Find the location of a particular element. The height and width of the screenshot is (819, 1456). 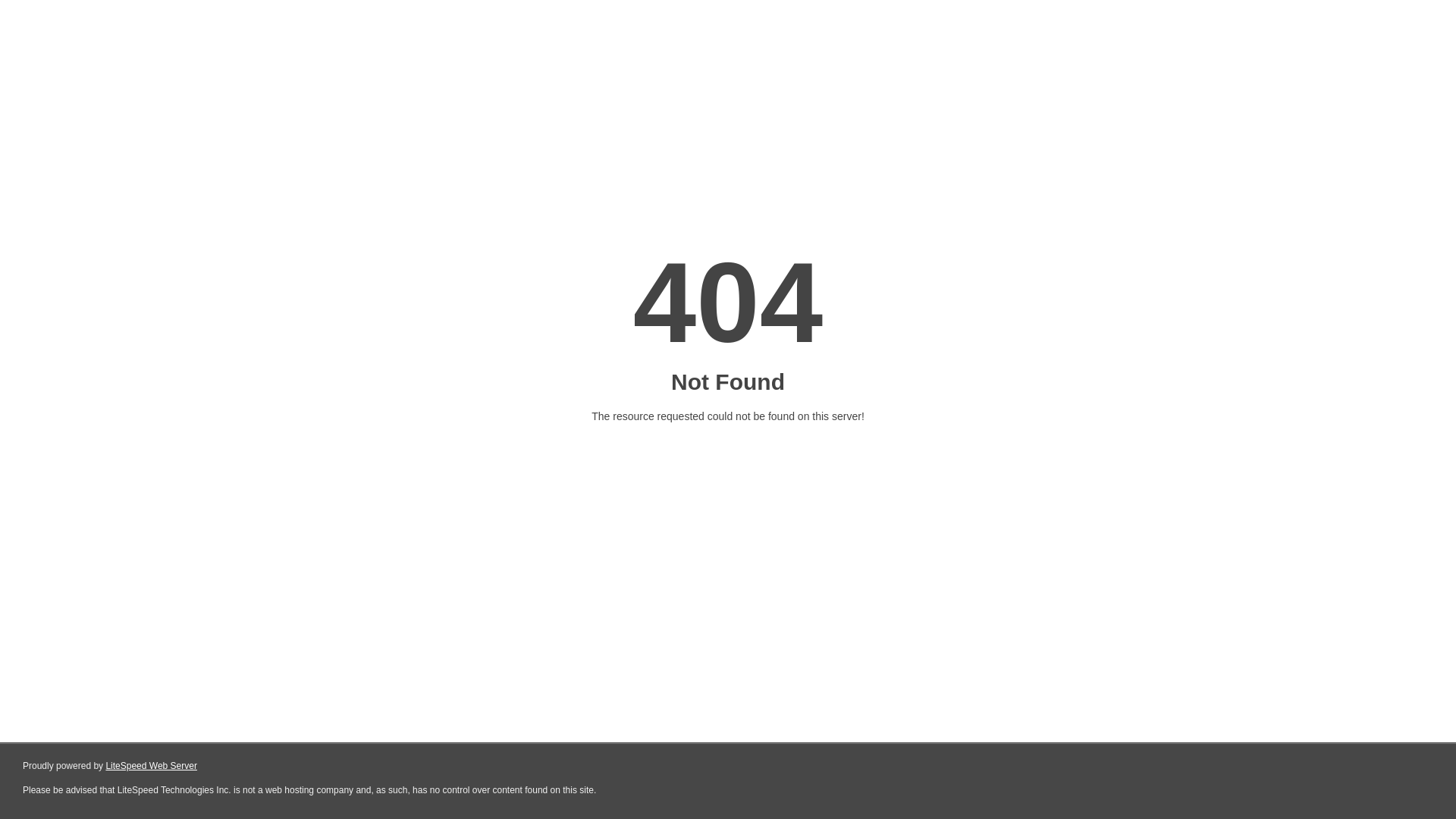

'LiteSpeed Web Server' is located at coordinates (105, 766).